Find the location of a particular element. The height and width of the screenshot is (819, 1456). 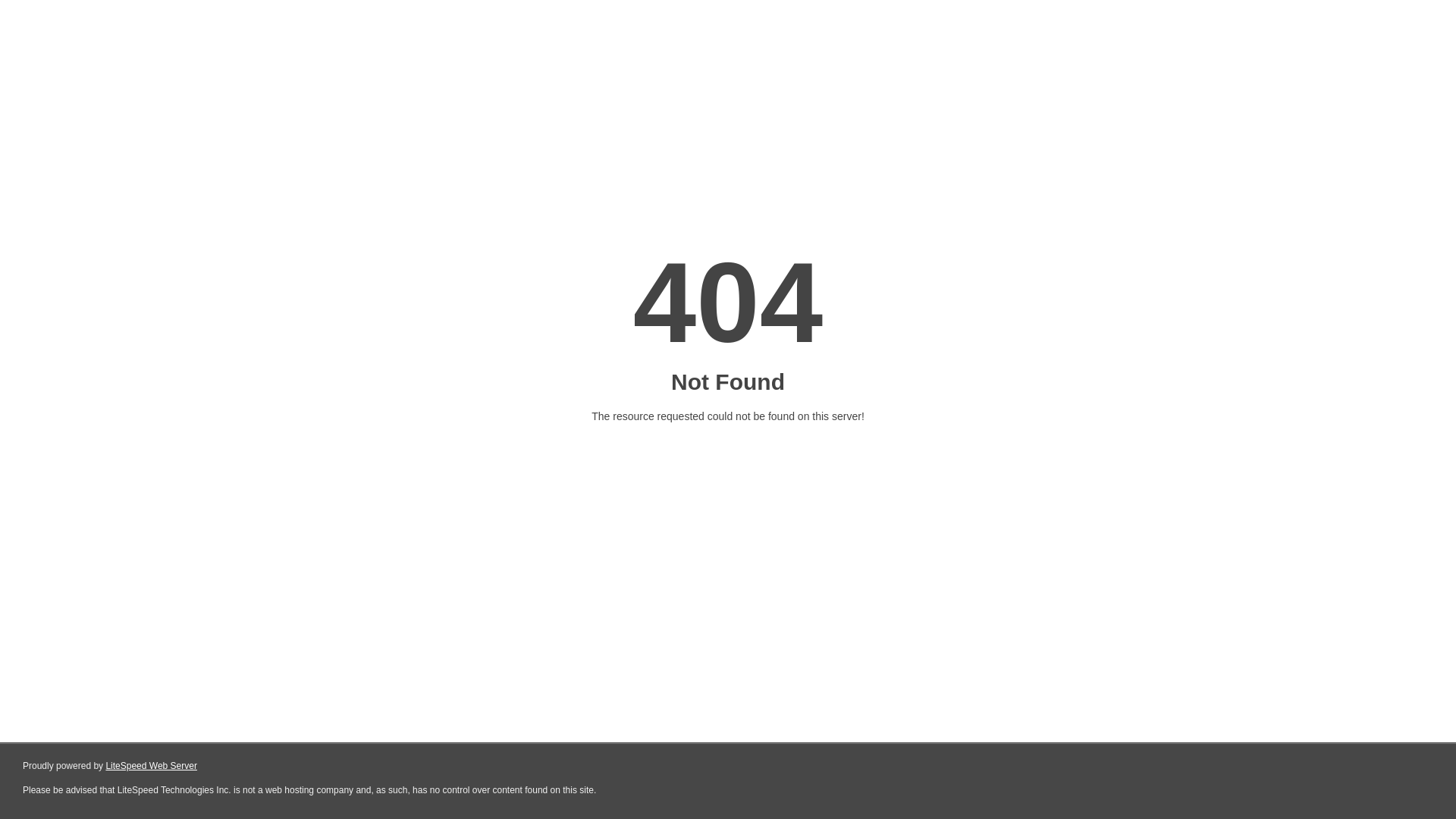

'LiteSpeed Web Server' is located at coordinates (105, 766).